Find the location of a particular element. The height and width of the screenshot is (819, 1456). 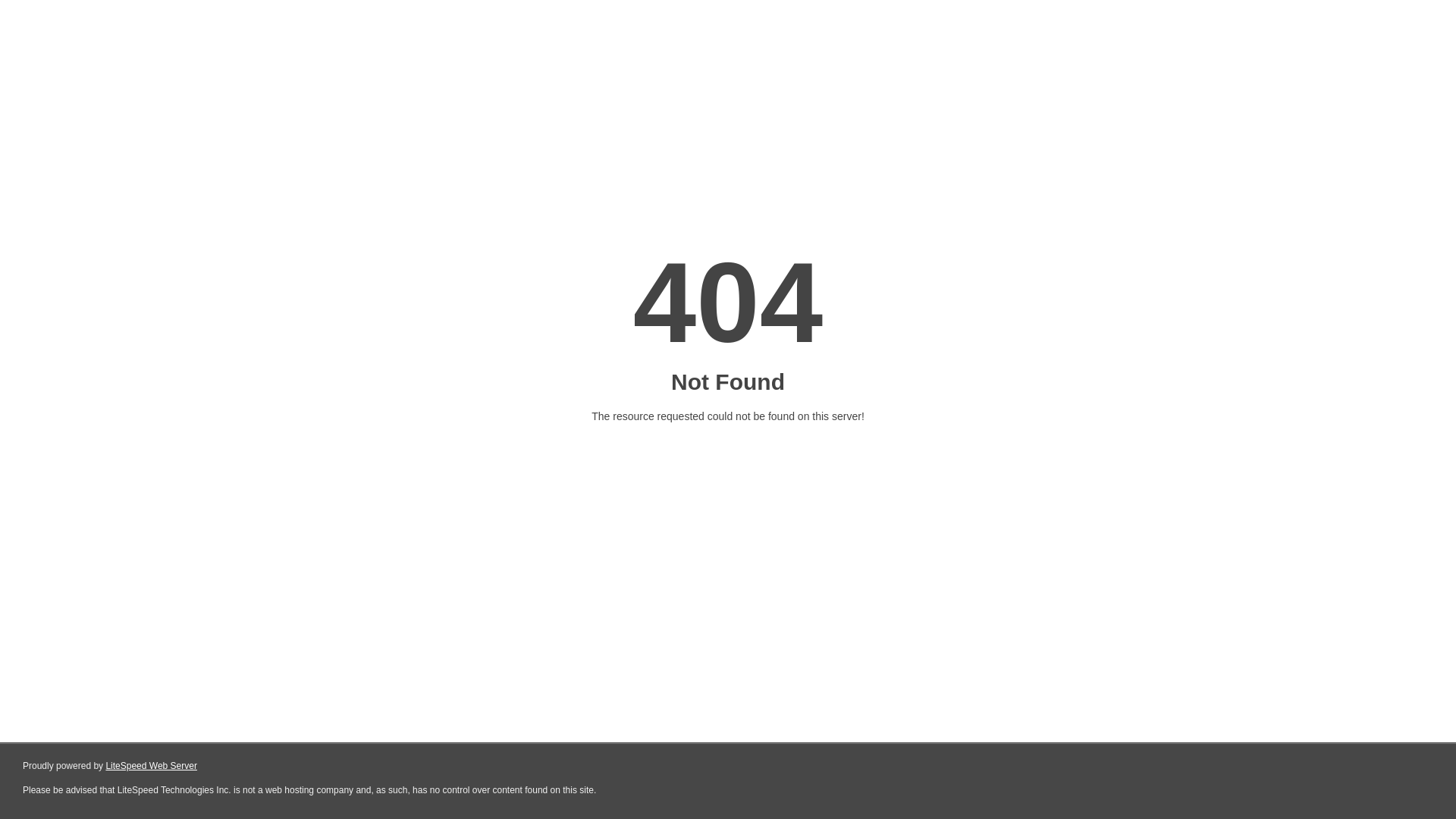

'LiteSpeed Web Server' is located at coordinates (105, 766).